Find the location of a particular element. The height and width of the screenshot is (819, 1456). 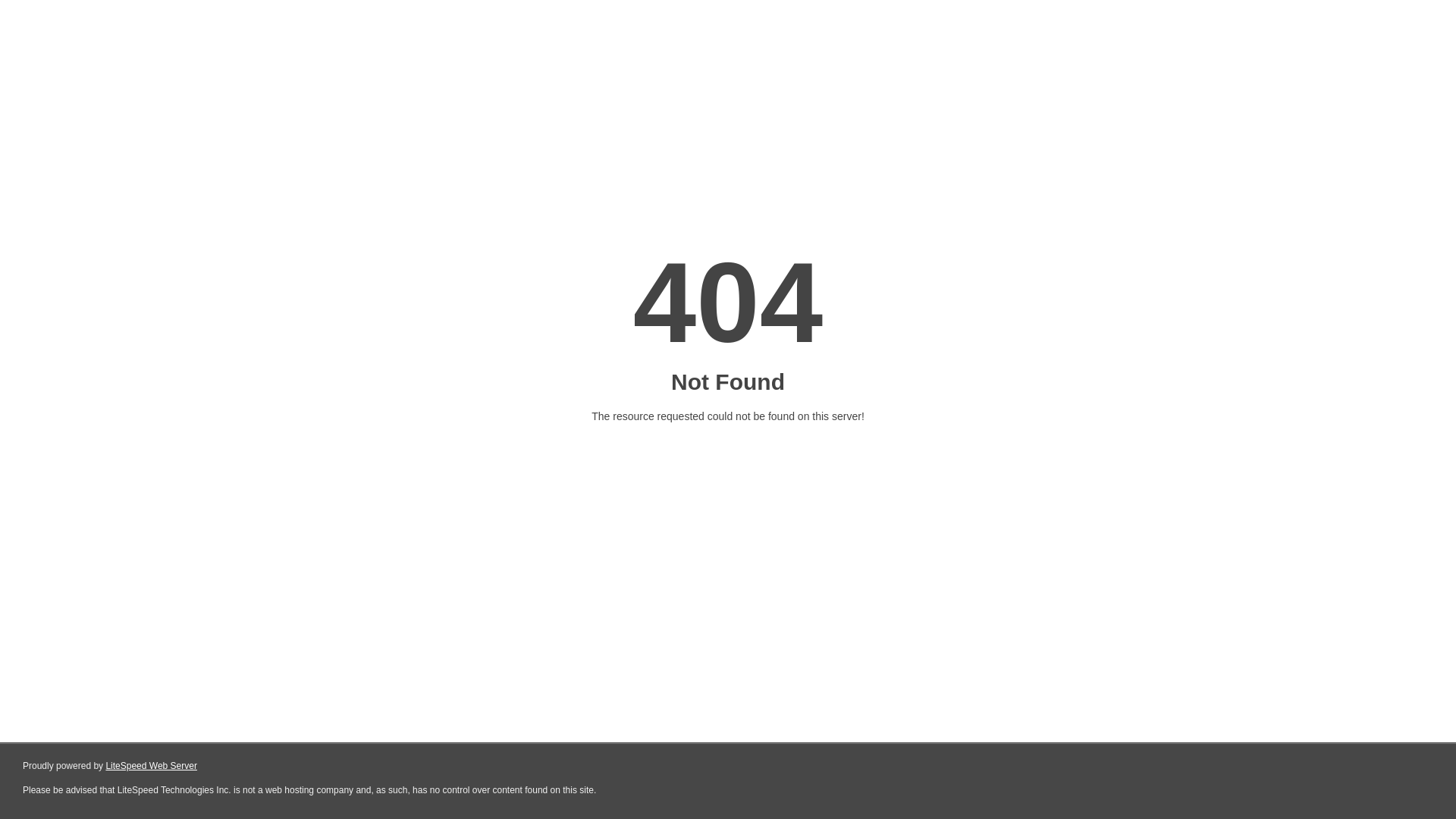

'LiteSpeed Web Server' is located at coordinates (105, 766).